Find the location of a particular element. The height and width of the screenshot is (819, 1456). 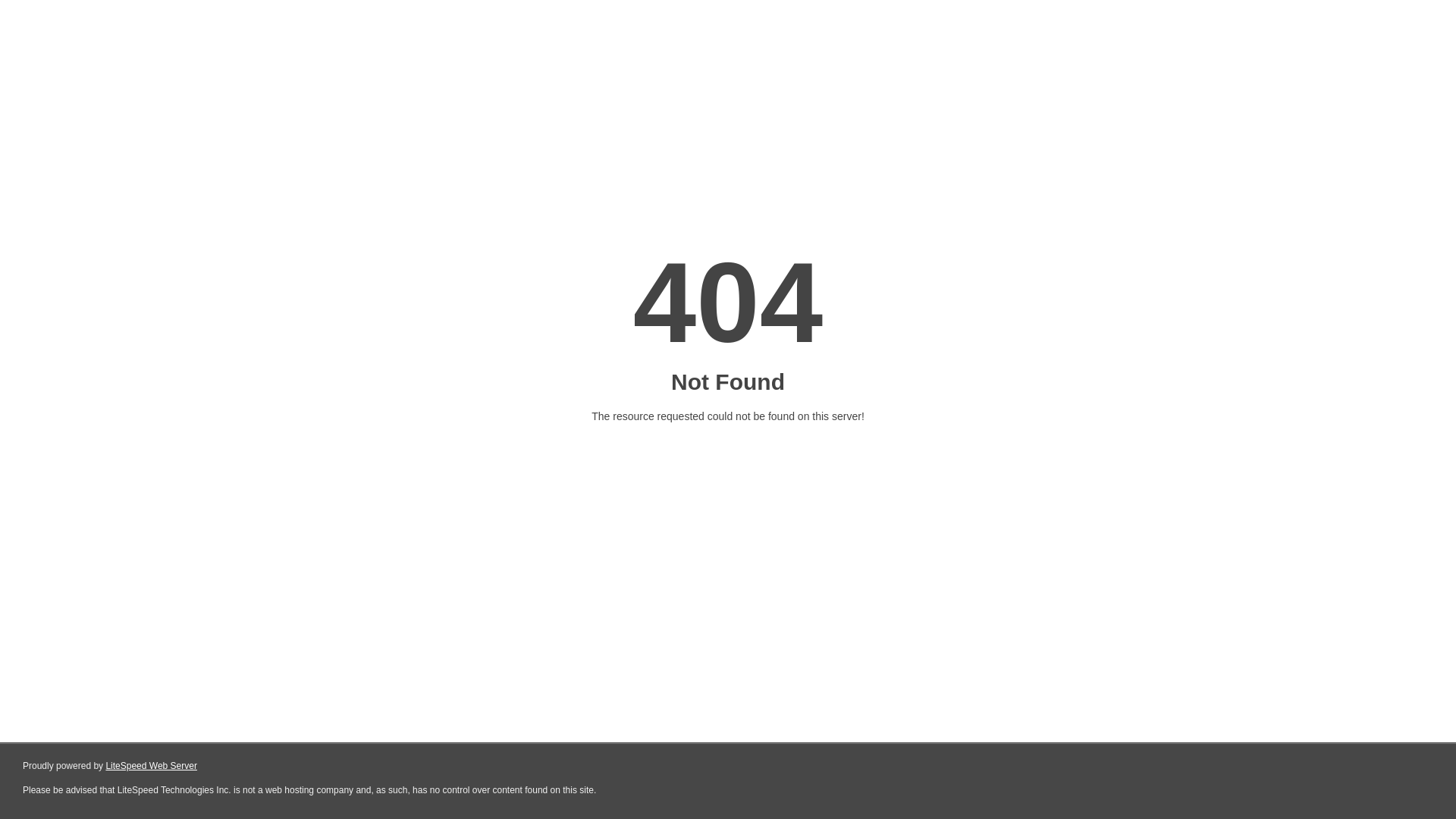

'LiteSpeed Web Server' is located at coordinates (105, 766).